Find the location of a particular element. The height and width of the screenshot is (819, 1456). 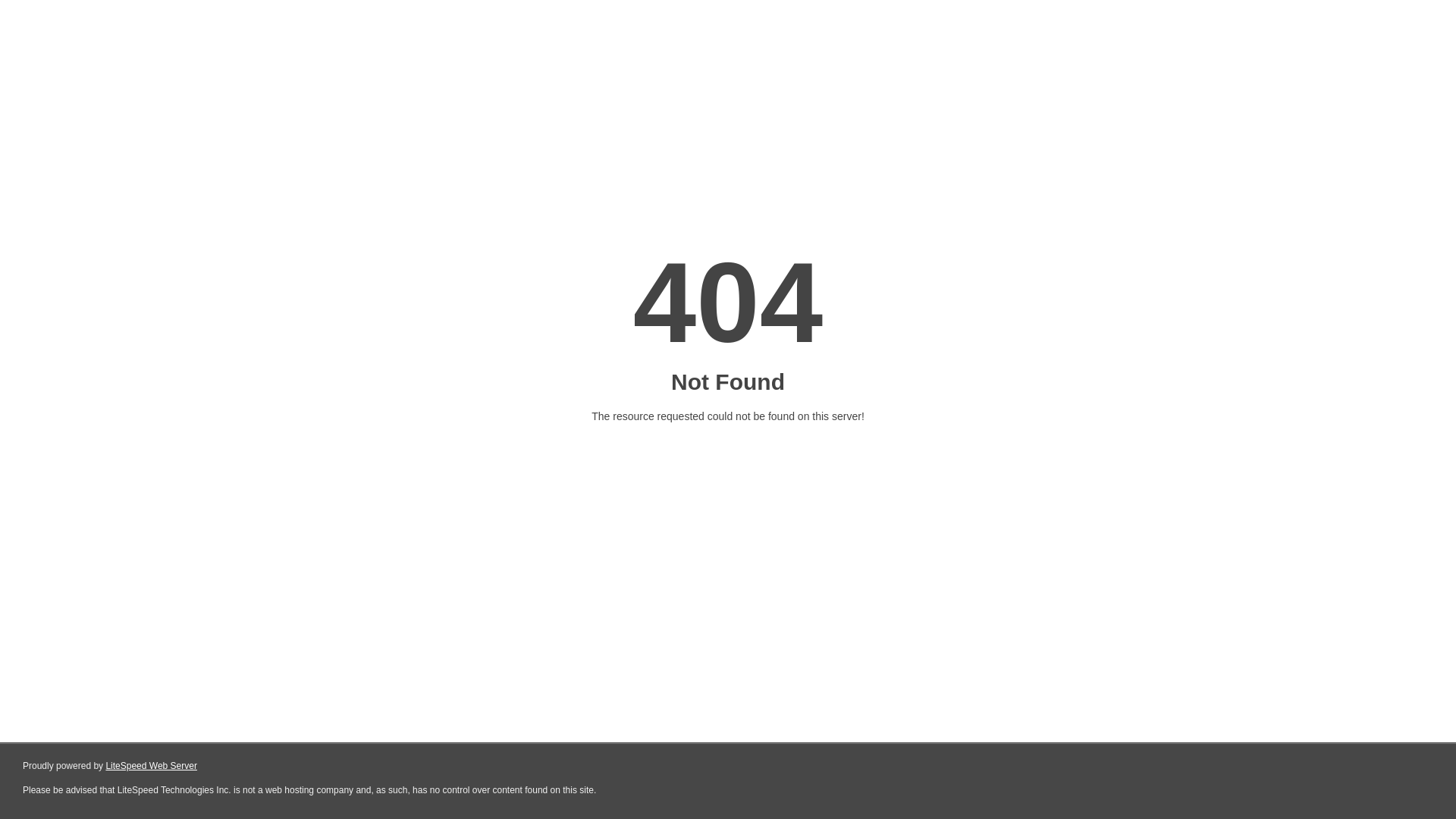

'LiteSpeed Web Server' is located at coordinates (105, 766).